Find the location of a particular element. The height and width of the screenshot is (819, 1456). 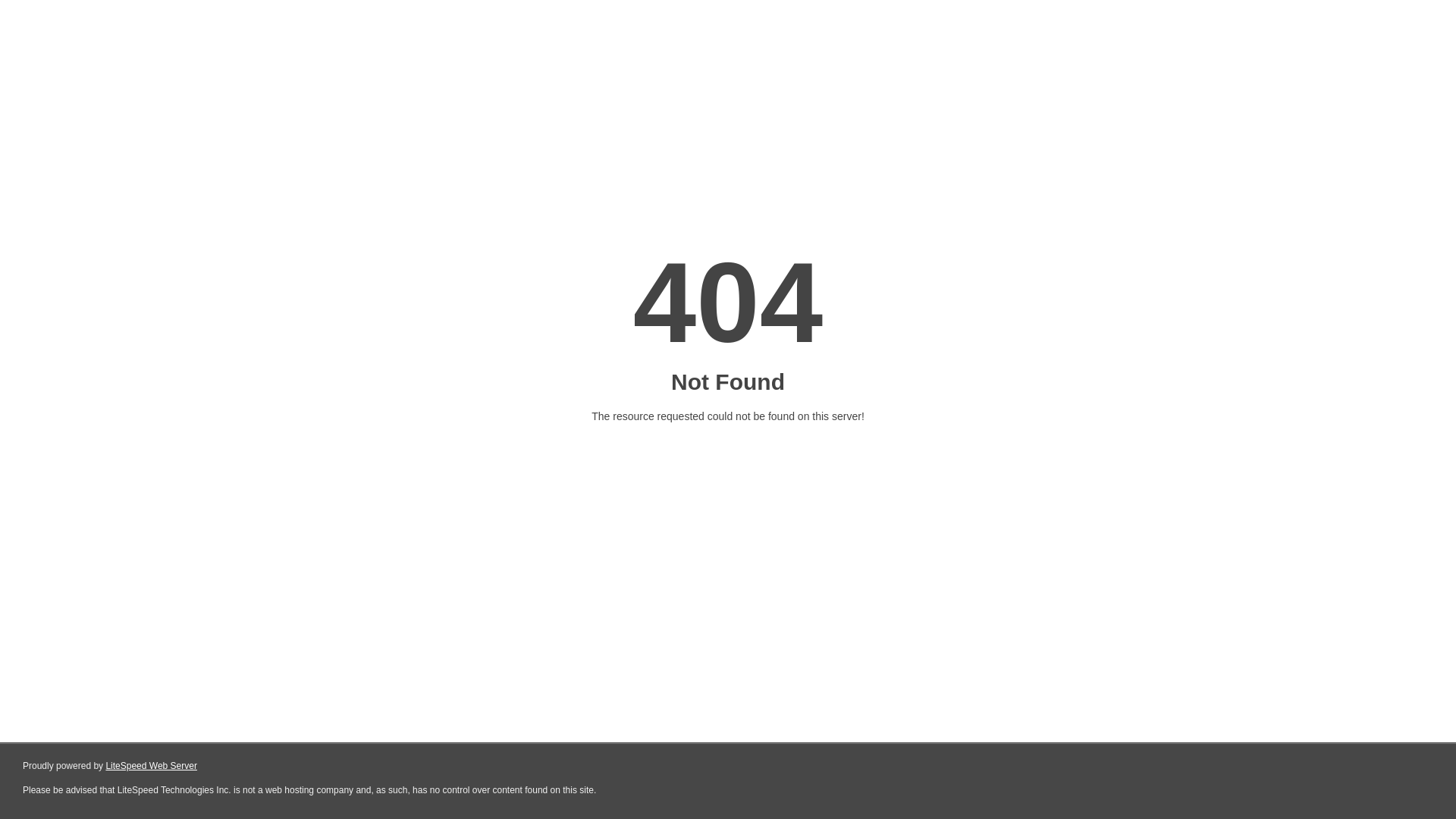

'LiteSpeed Web Server' is located at coordinates (105, 766).